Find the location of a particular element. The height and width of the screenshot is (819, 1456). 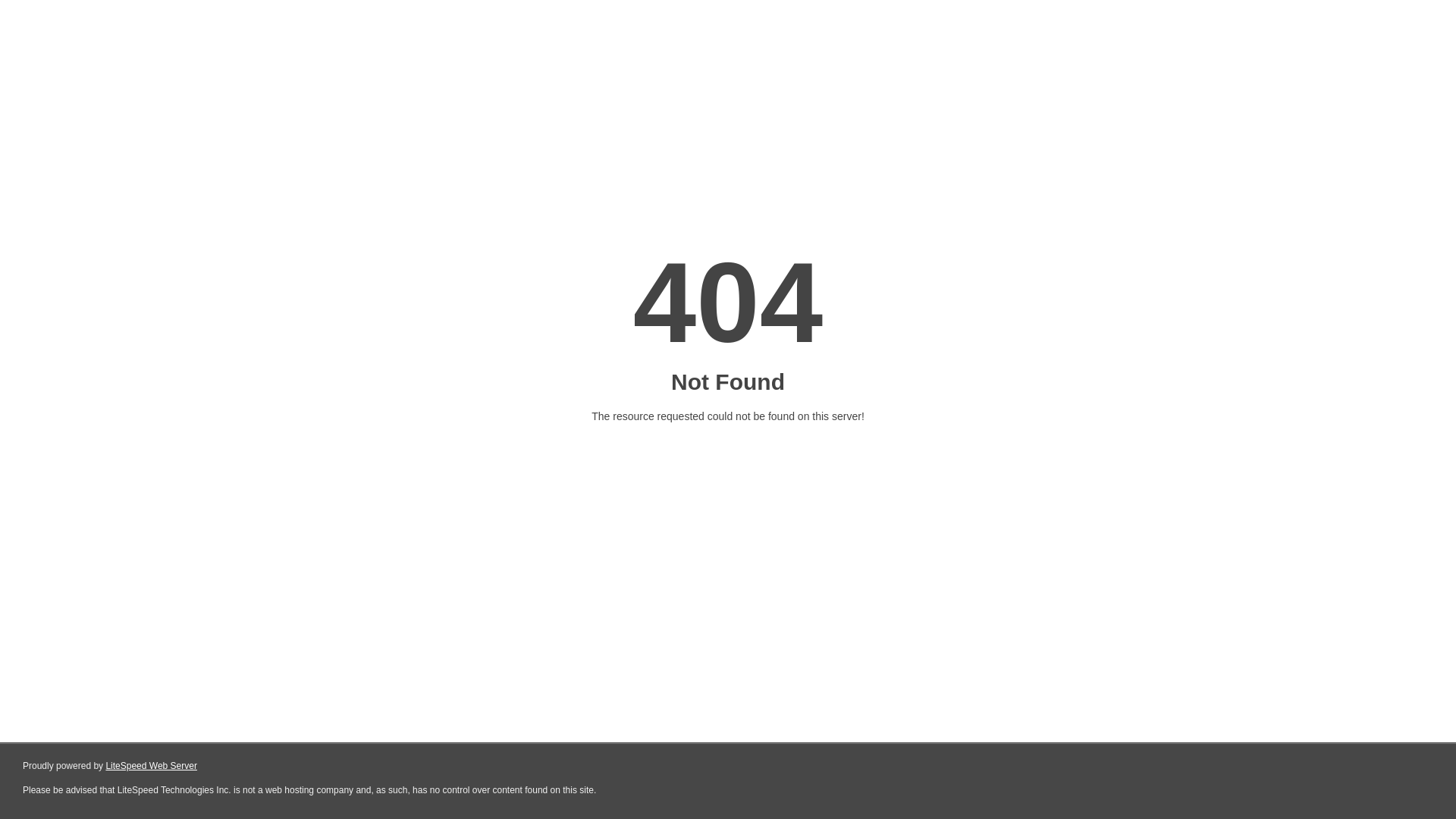

'LiteSpeed Web Server' is located at coordinates (105, 766).